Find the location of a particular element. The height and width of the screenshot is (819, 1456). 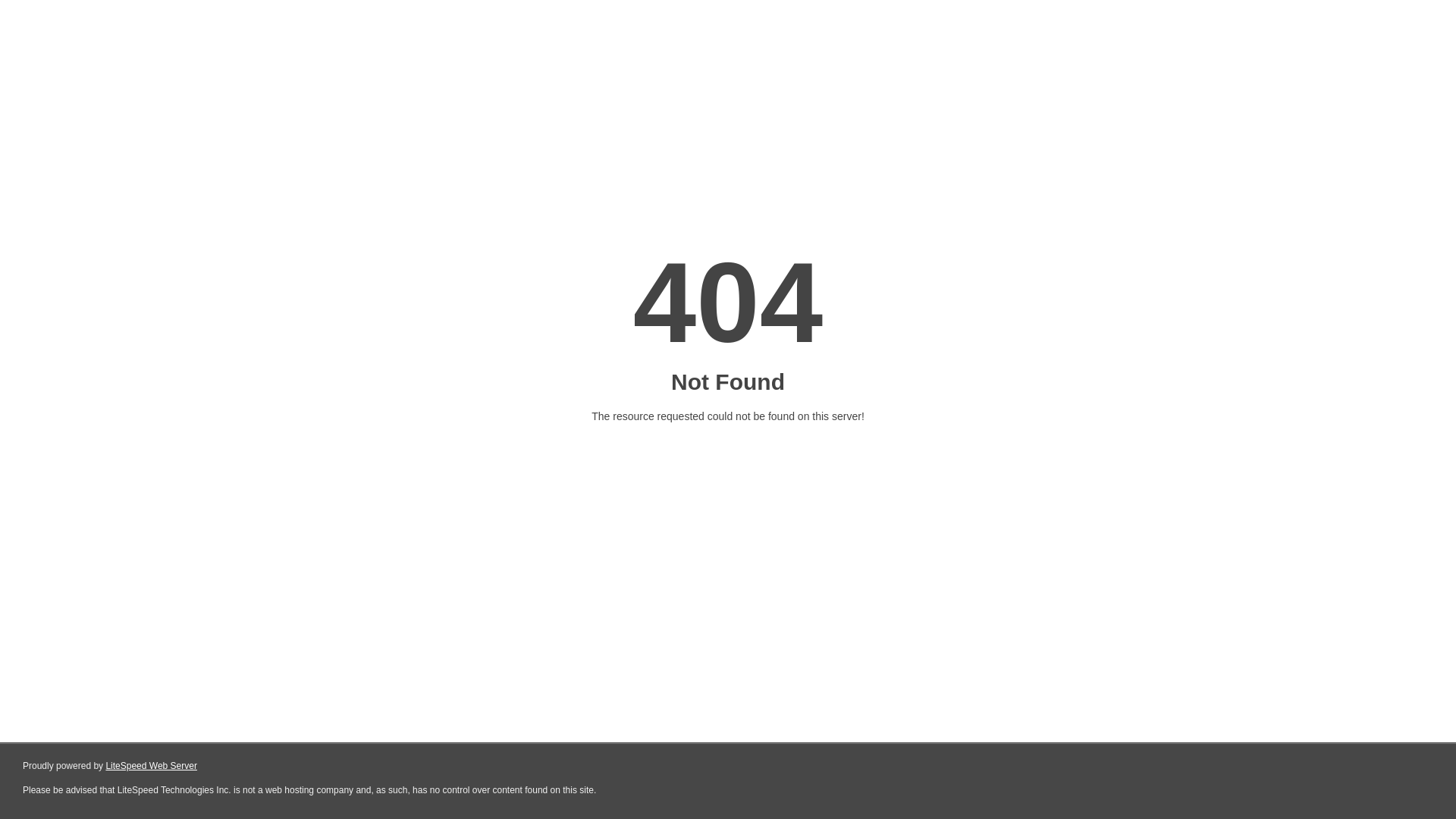

'LiteSpeed Web Server' is located at coordinates (105, 766).